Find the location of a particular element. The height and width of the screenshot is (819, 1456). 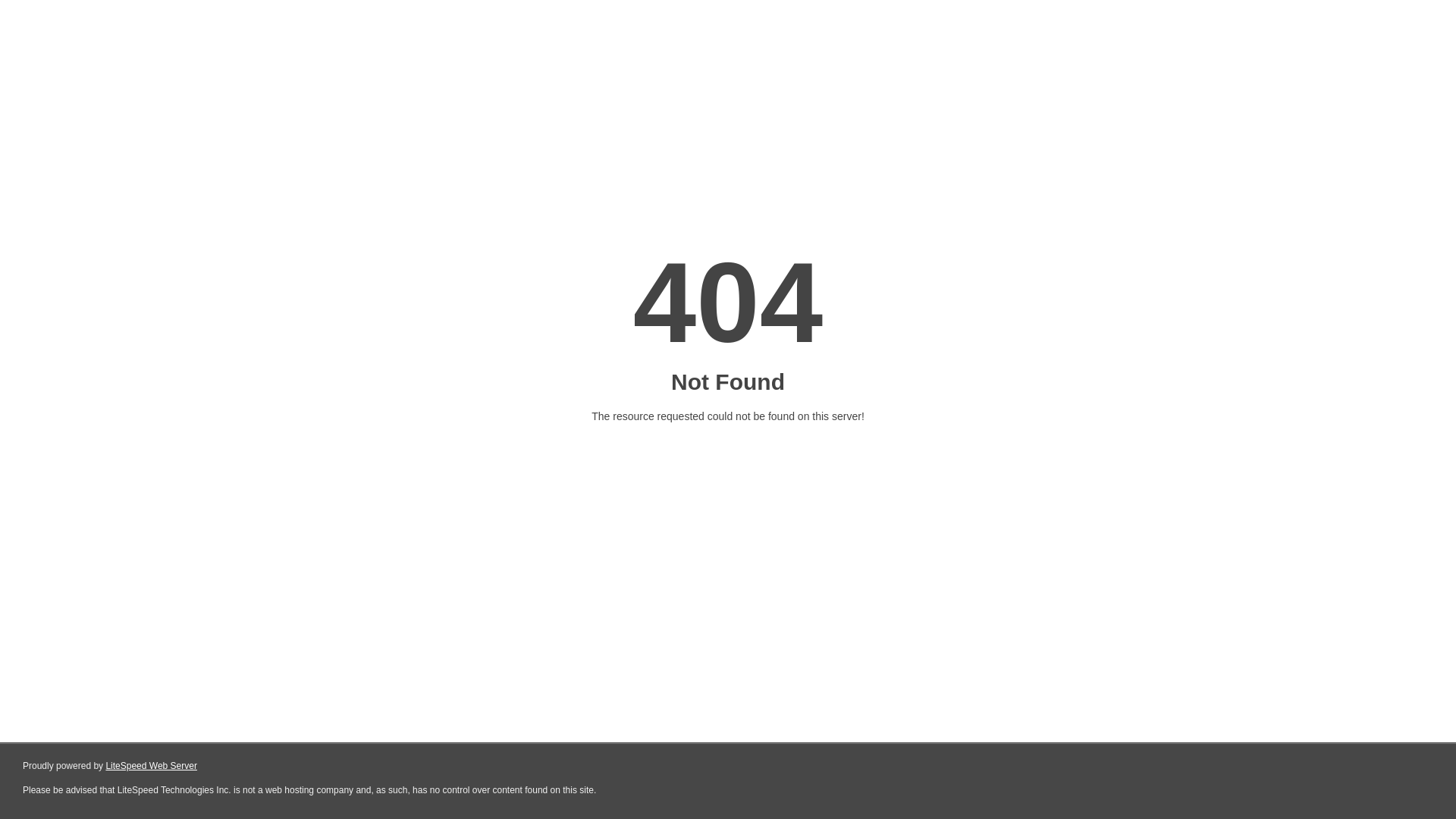

'LiteSpeed Web Server' is located at coordinates (105, 766).